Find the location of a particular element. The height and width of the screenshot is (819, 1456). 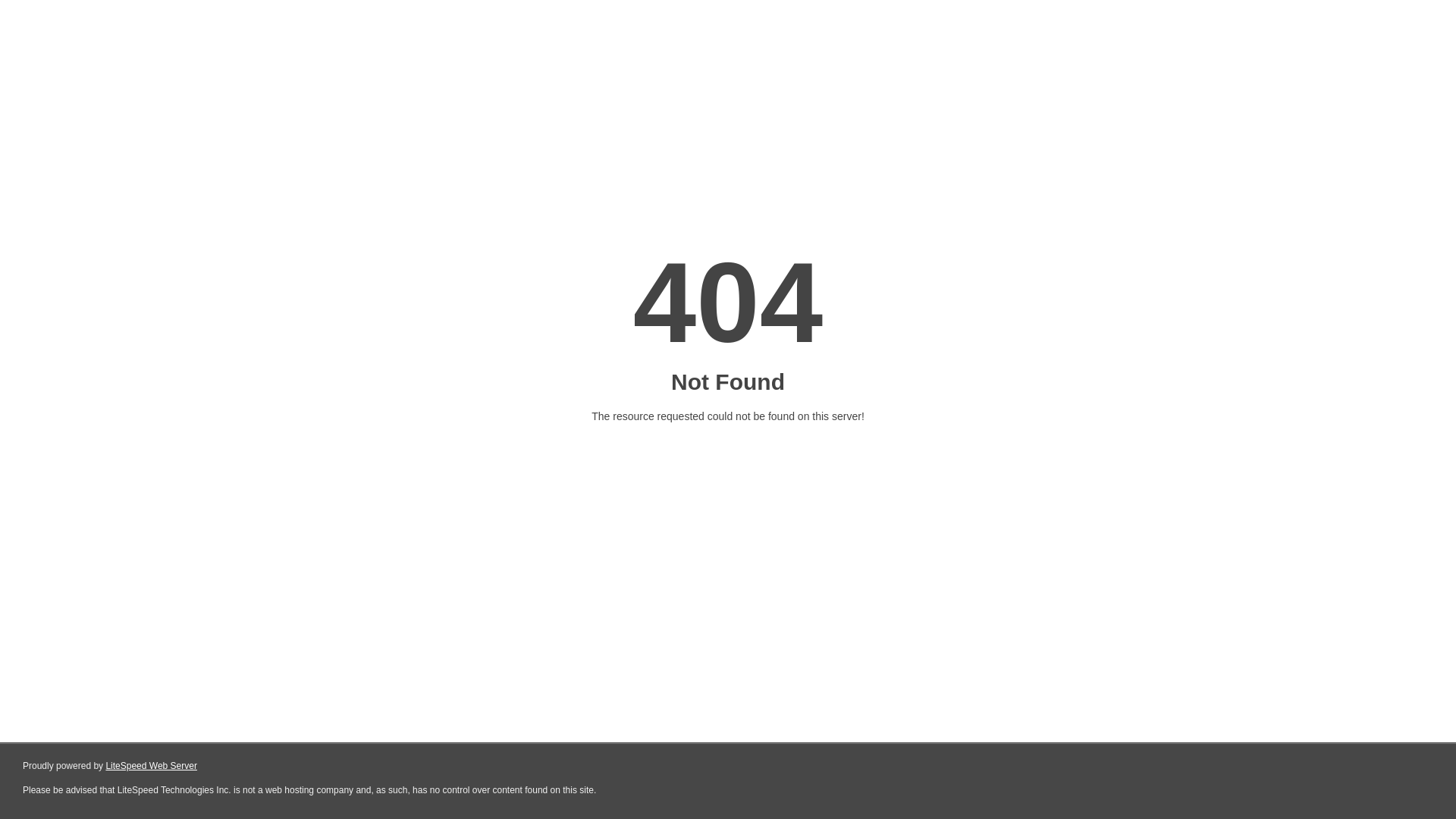

'LiteSpeed Web Server' is located at coordinates (105, 766).